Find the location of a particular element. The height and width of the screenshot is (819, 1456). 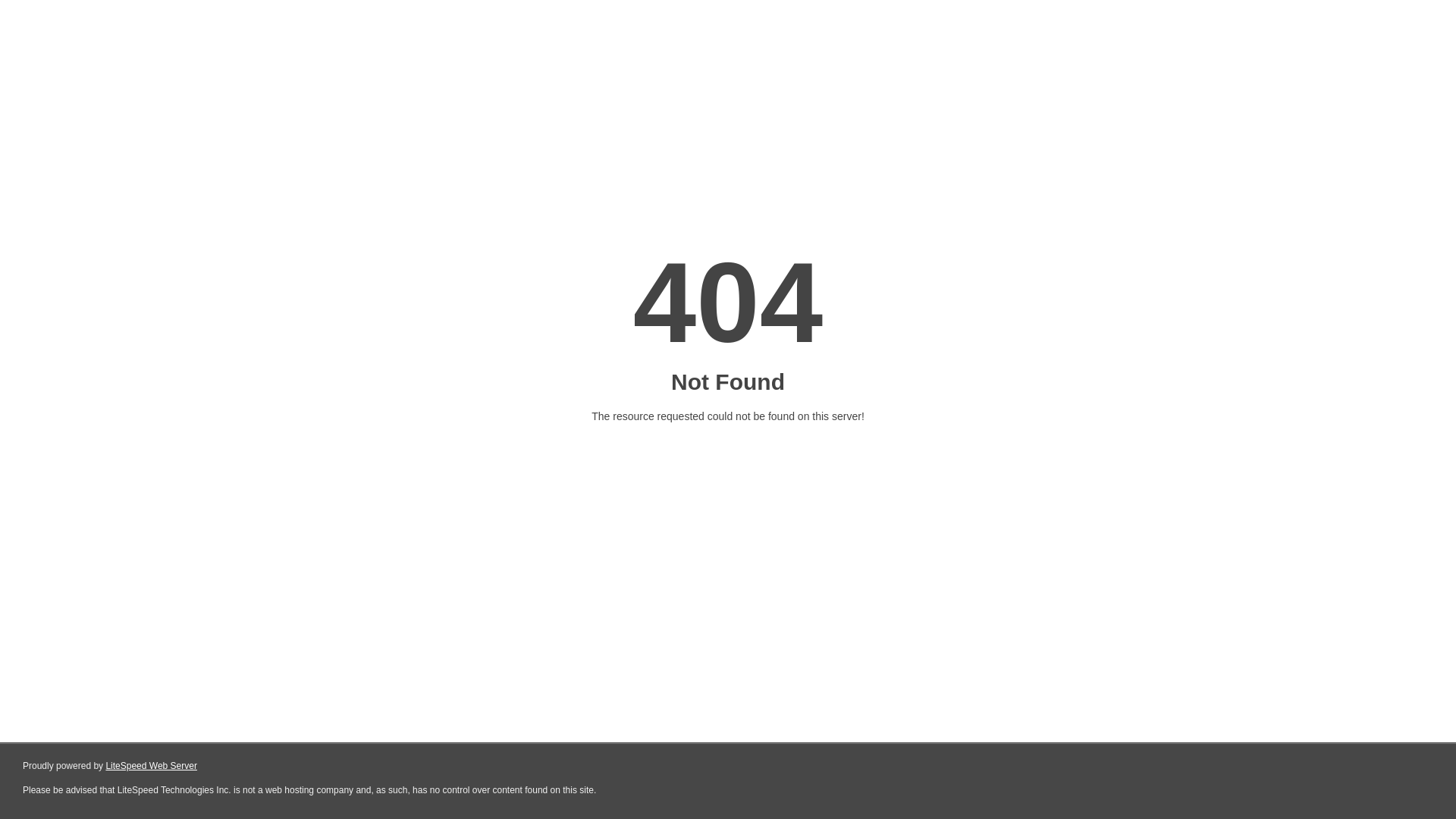

'LiteSpeed Web Server' is located at coordinates (105, 766).